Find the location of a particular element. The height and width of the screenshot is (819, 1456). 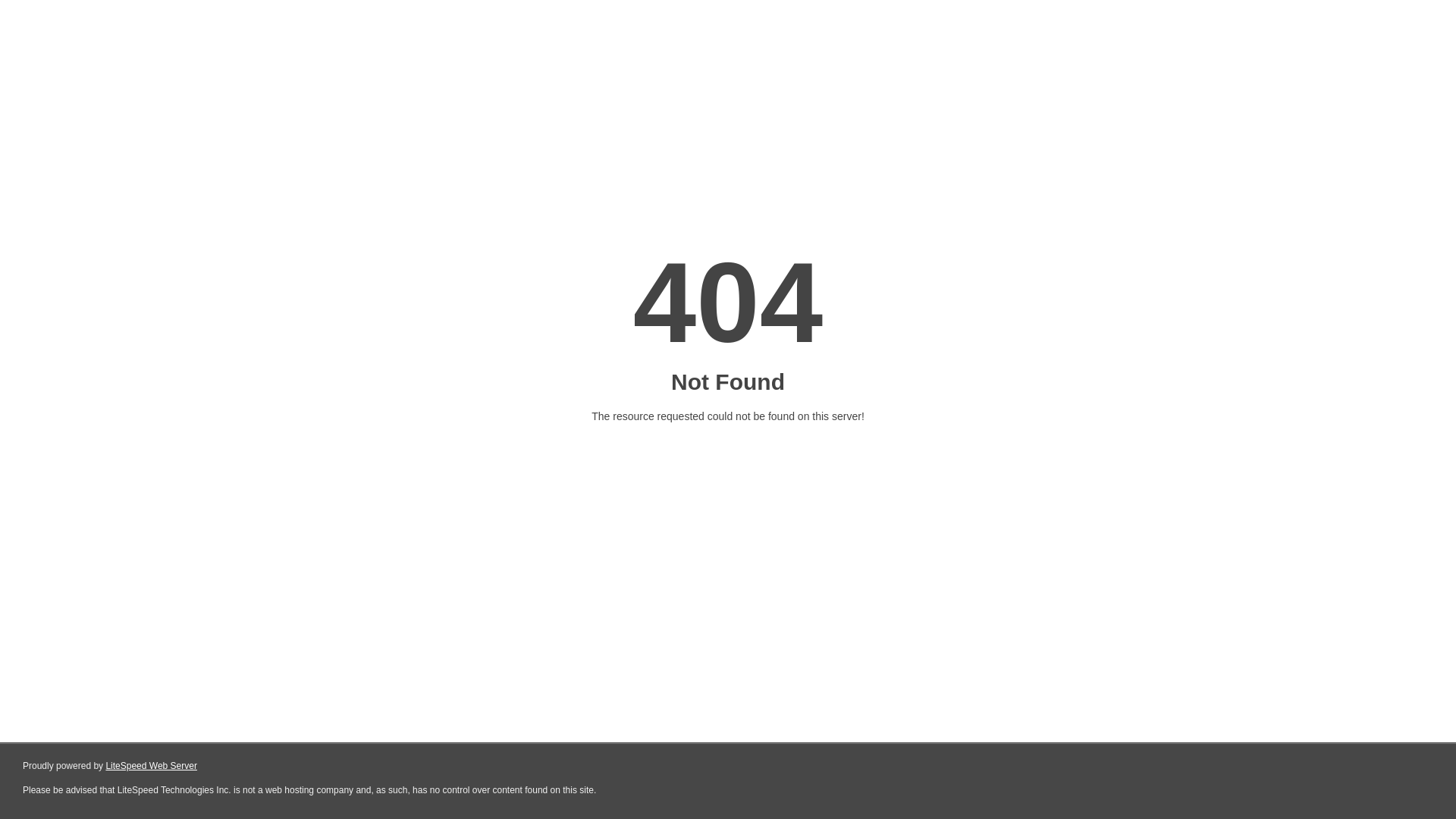

'LiteSpeed Web Server' is located at coordinates (105, 766).